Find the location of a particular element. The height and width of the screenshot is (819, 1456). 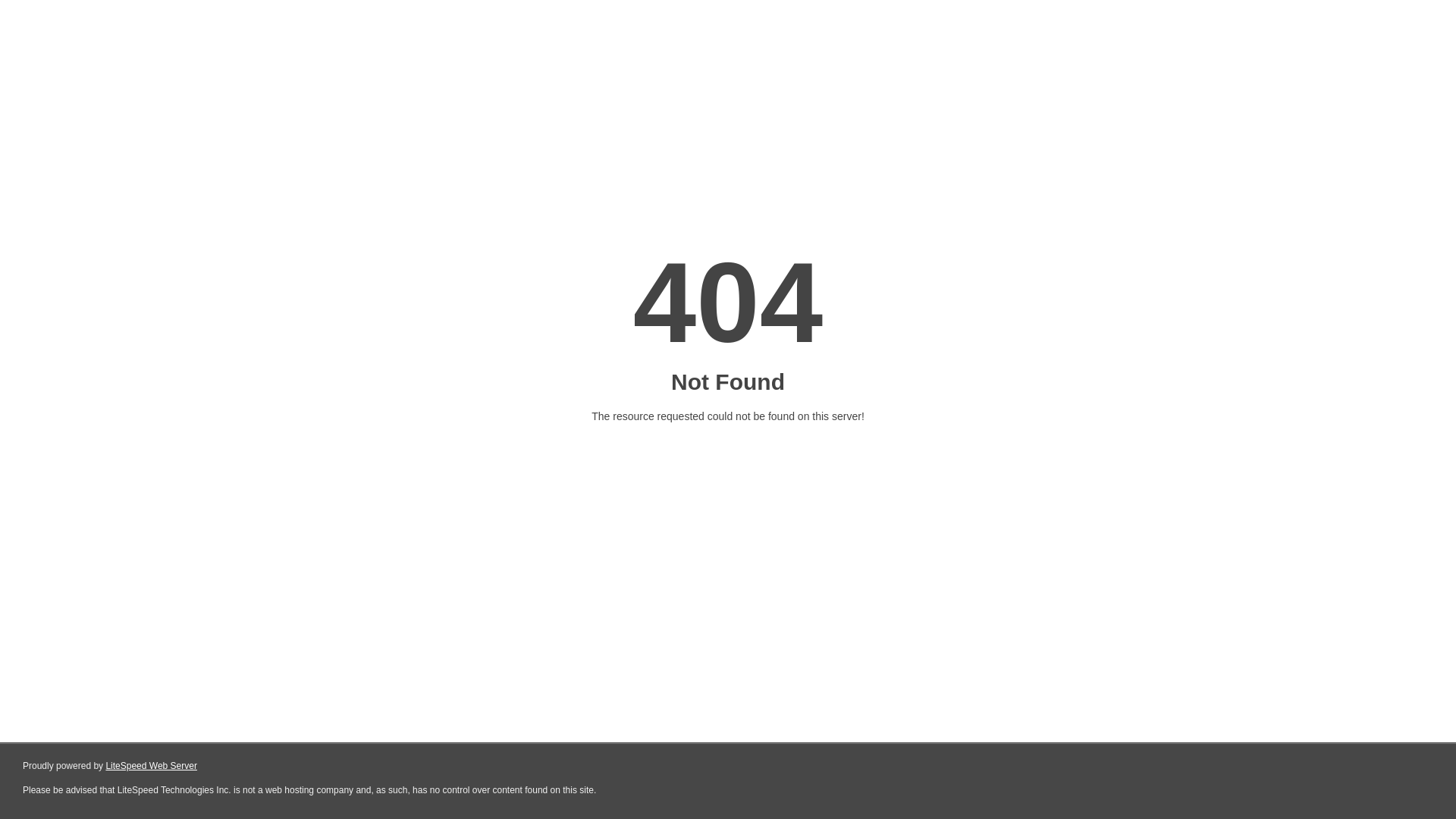

'LiteSpeed Web Server' is located at coordinates (105, 766).